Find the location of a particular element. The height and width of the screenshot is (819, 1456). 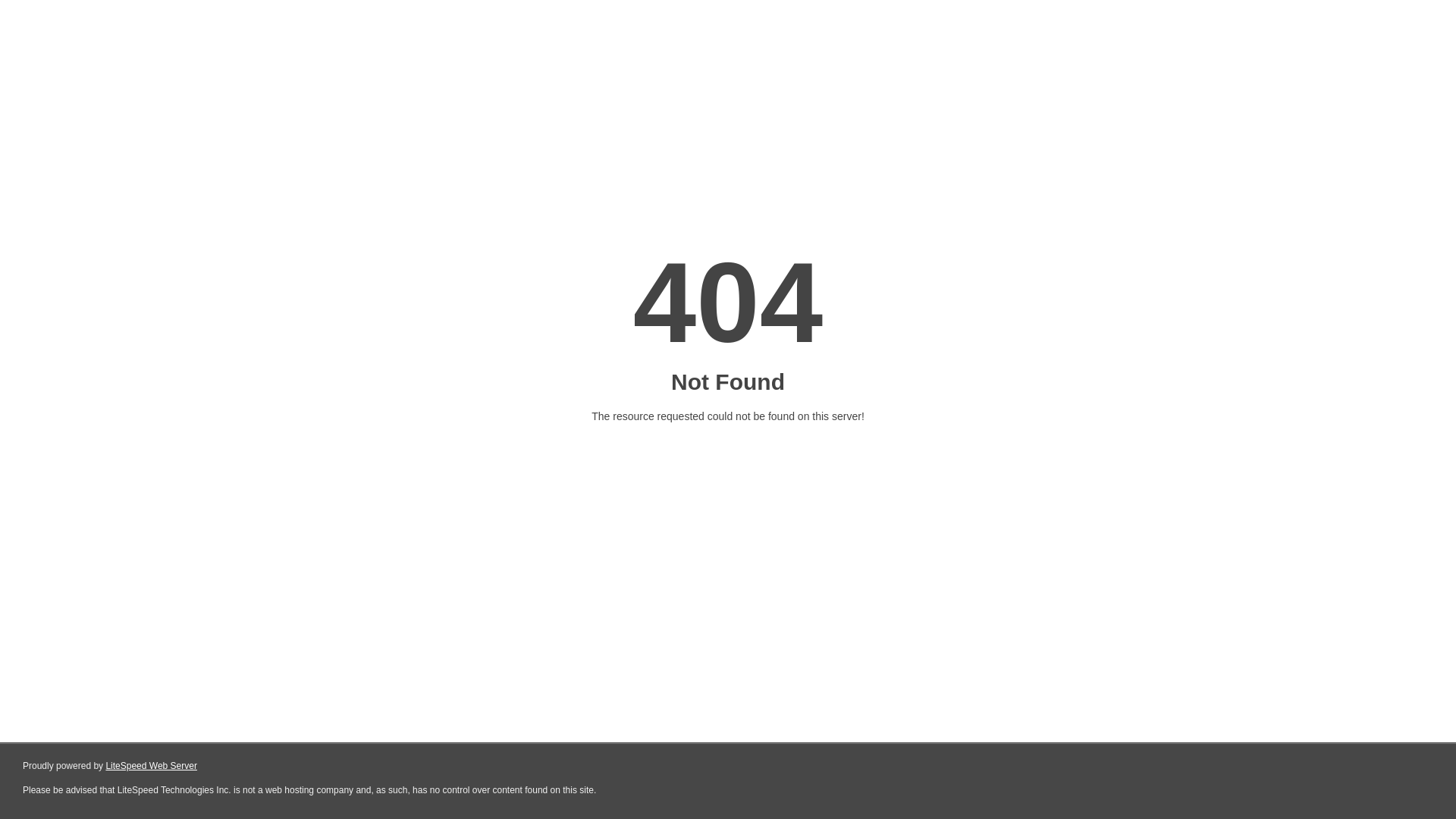

'LiteSpeed Web Server' is located at coordinates (105, 766).